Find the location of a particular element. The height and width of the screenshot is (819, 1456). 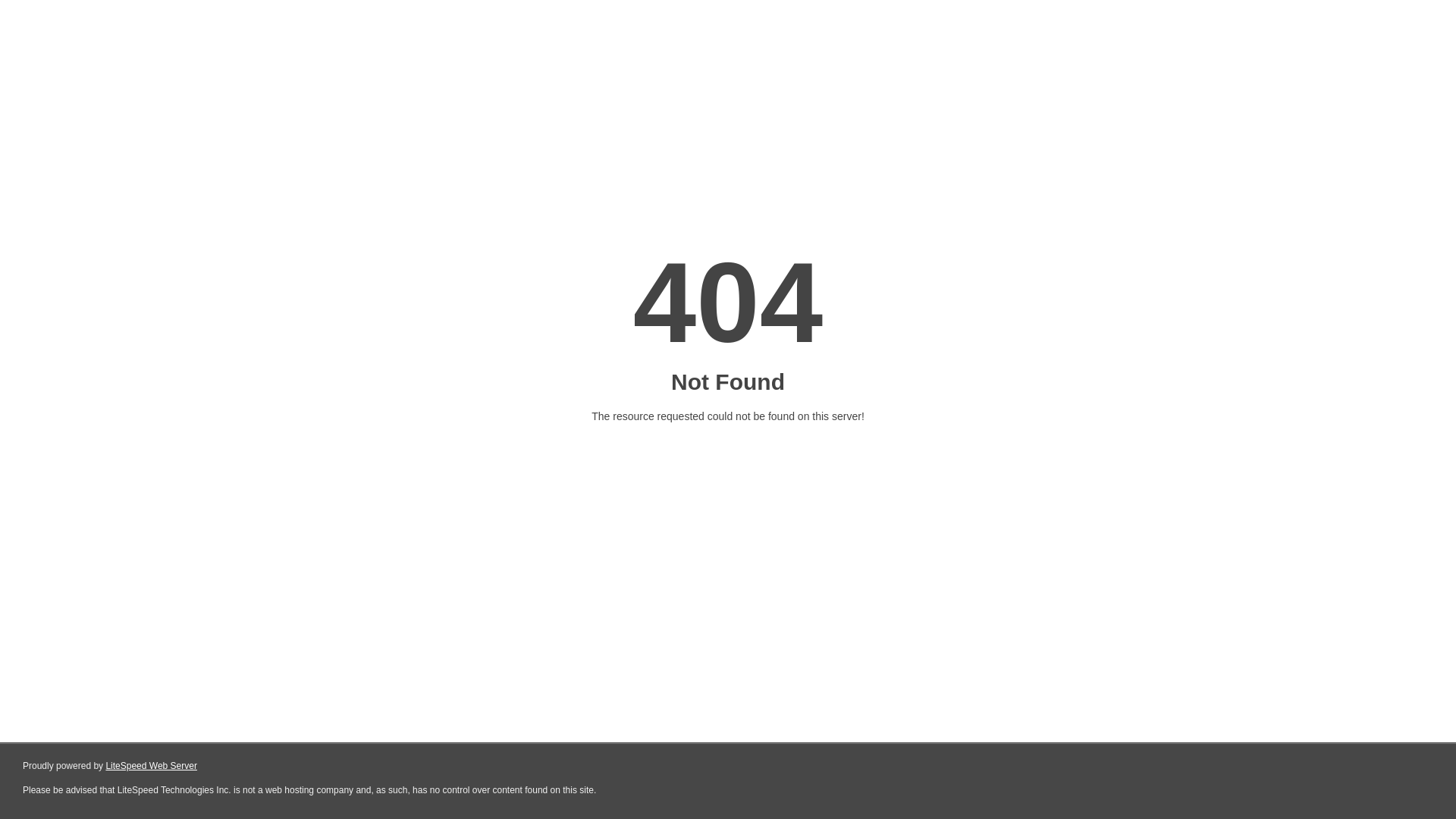

'LiteSpeed Web Server' is located at coordinates (105, 766).